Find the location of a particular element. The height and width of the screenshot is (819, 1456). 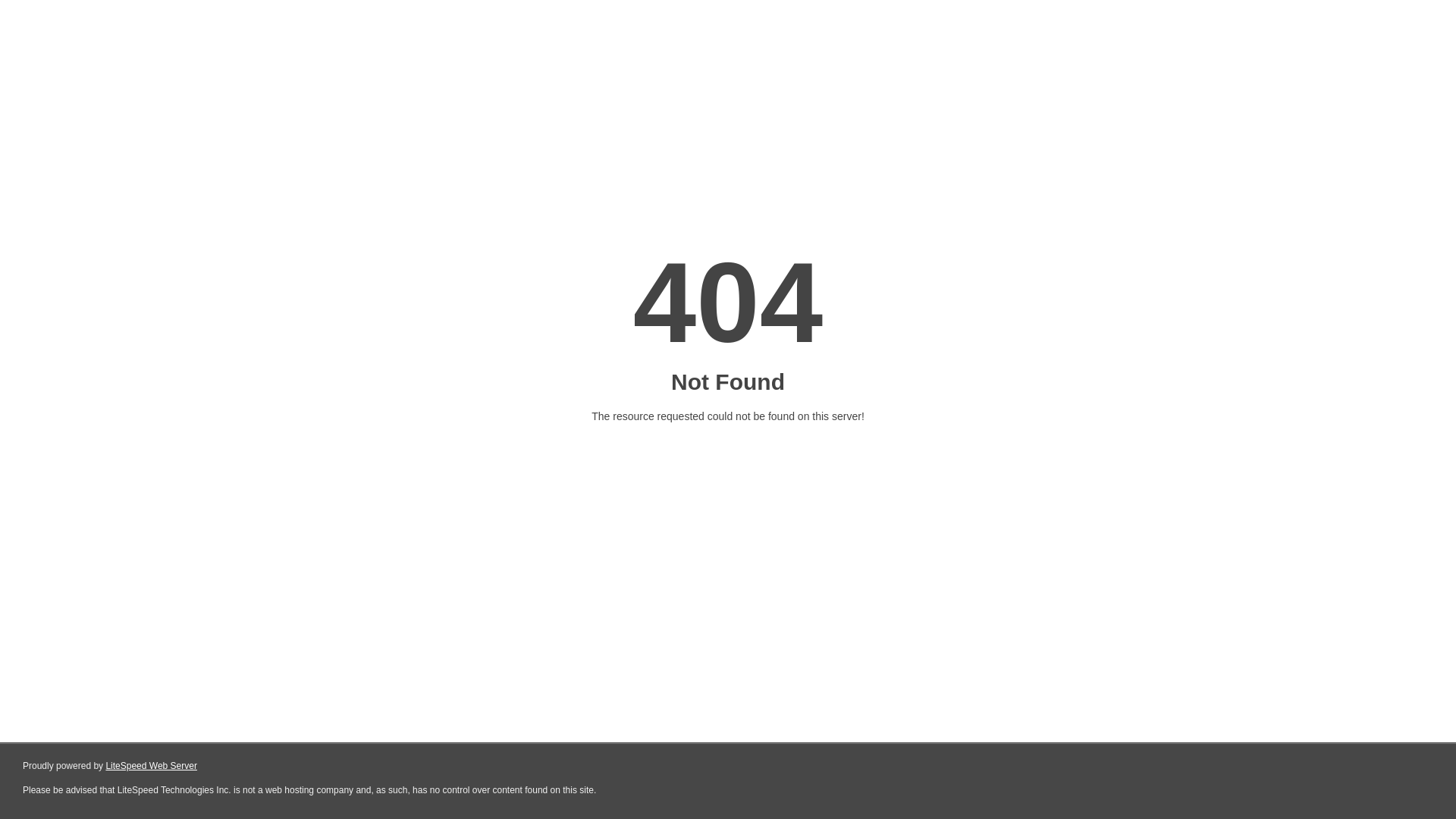

'LiteSpeed Web Server' is located at coordinates (105, 766).